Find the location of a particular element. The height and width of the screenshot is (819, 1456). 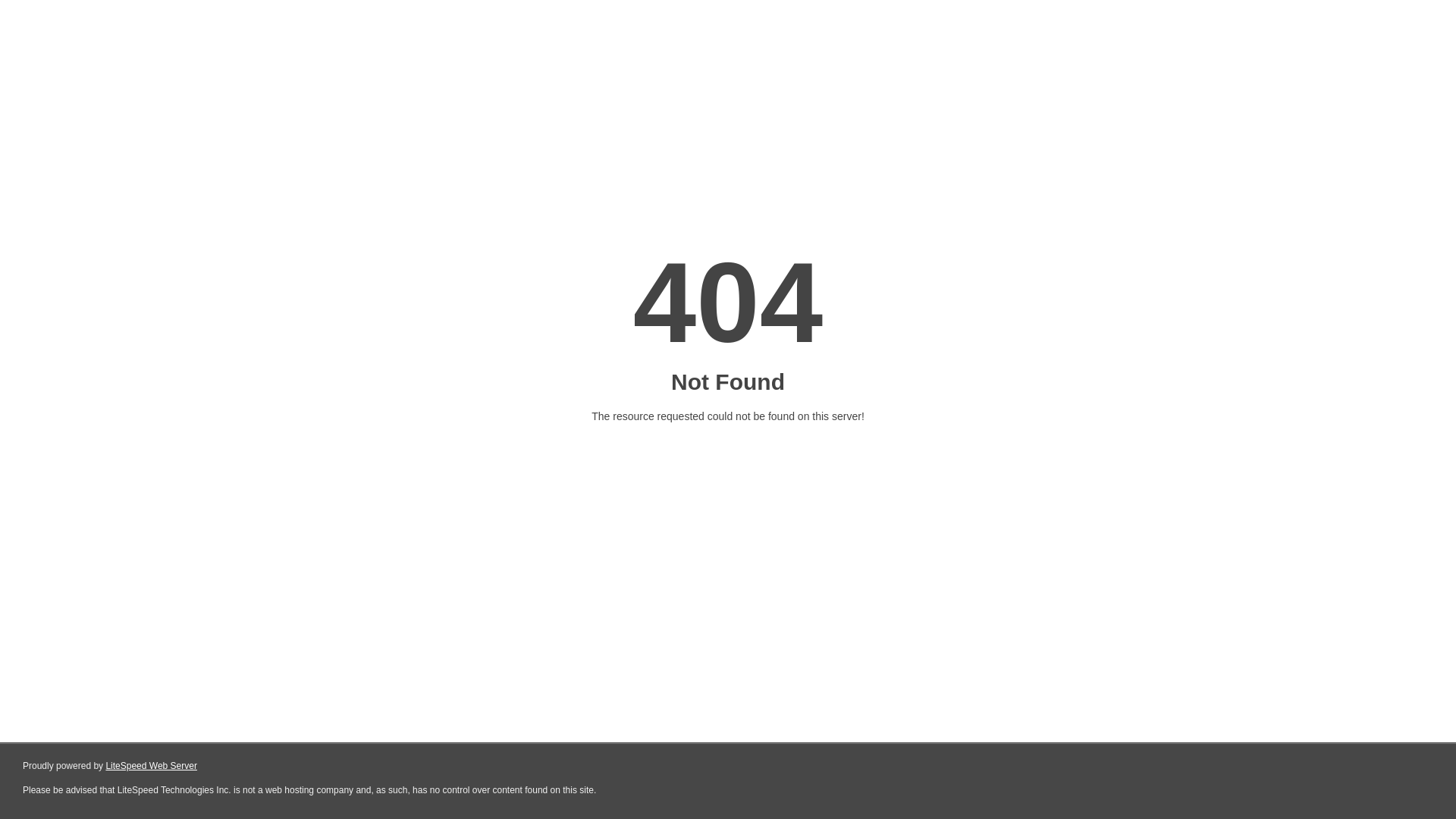

'LiteSpeed Web Server' is located at coordinates (105, 766).